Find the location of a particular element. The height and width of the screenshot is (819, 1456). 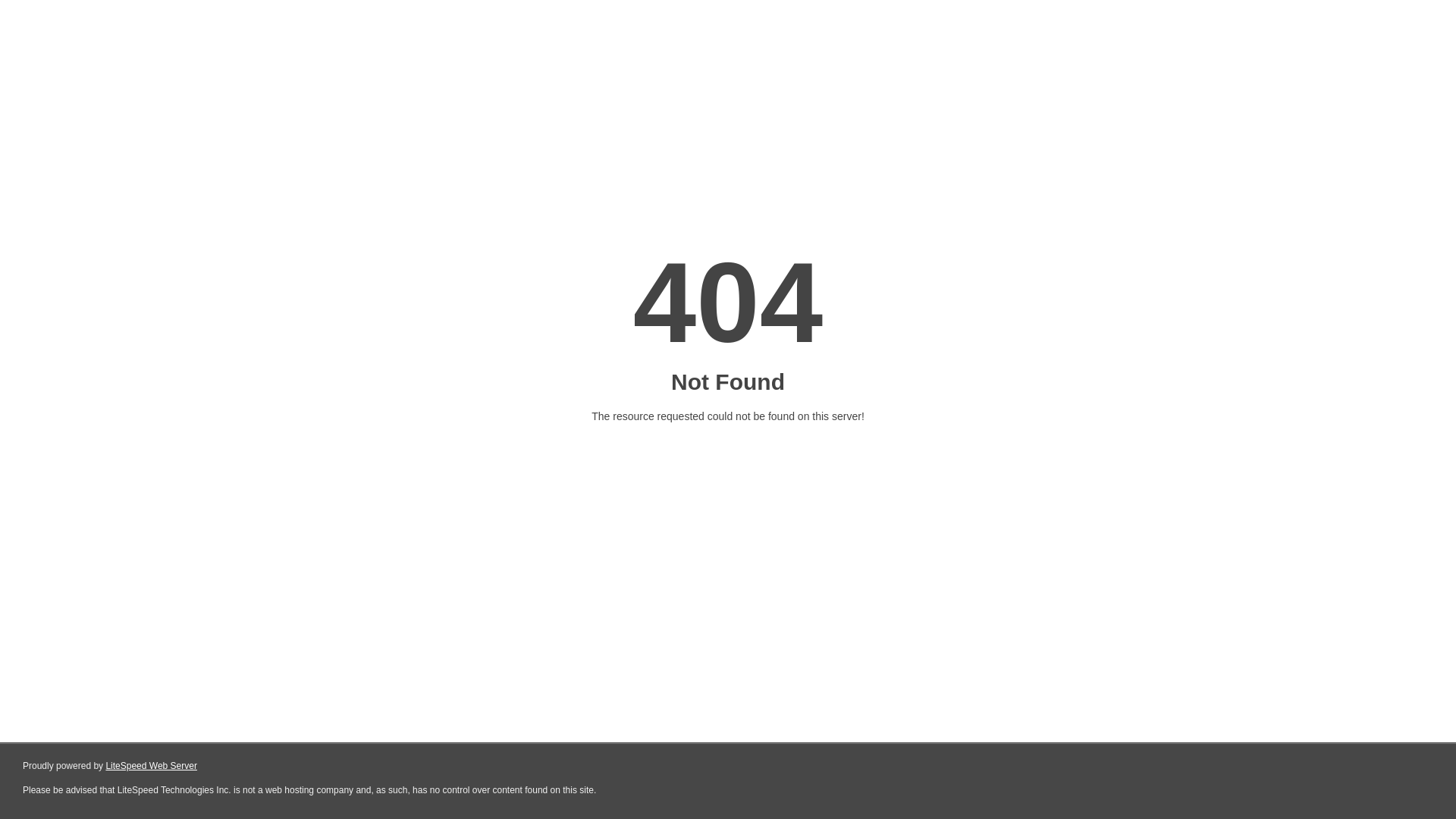

'LiteSpeed Web Server' is located at coordinates (105, 766).